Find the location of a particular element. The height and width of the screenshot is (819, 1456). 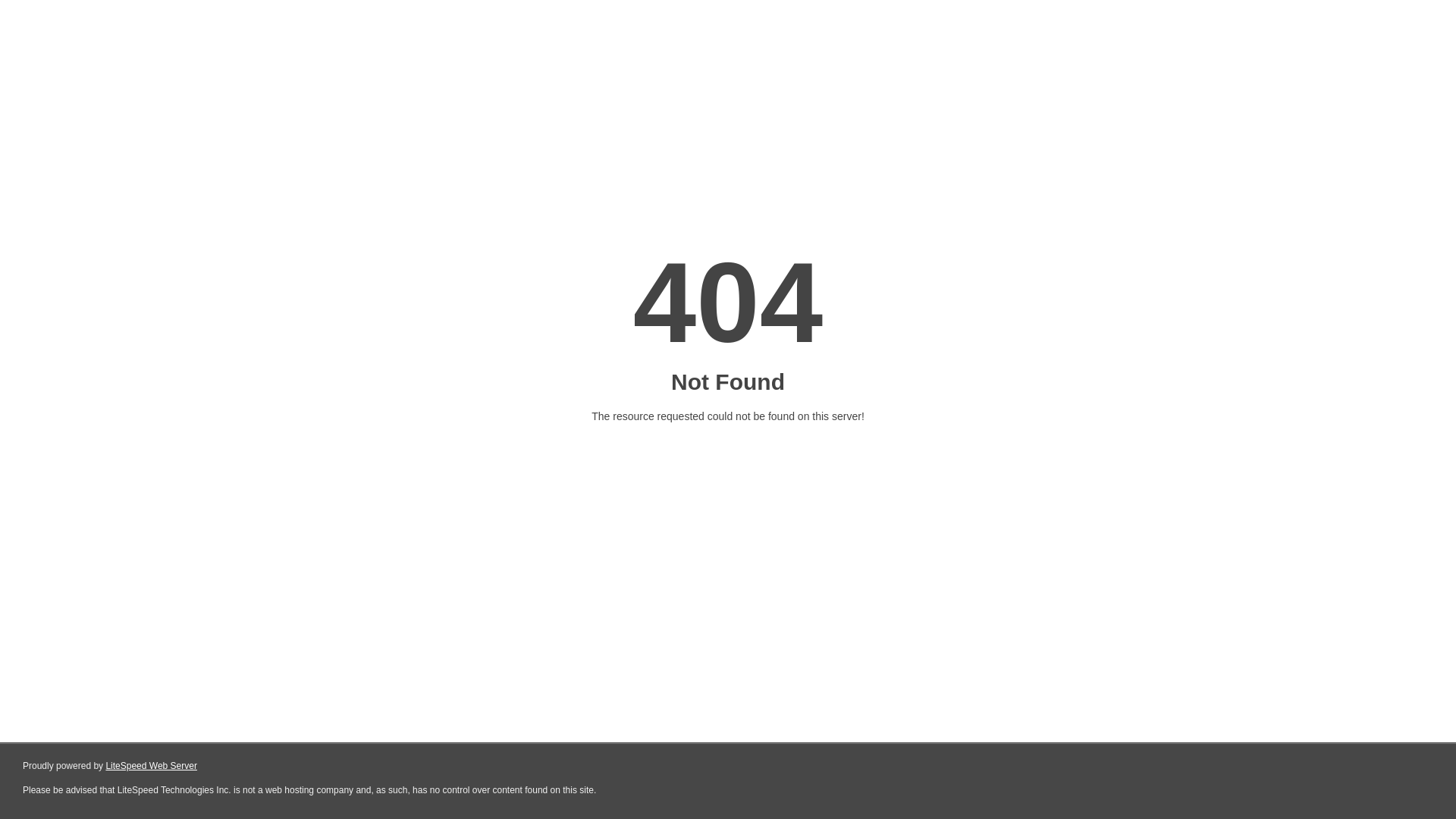

'LiteSpeed Web Server' is located at coordinates (105, 766).